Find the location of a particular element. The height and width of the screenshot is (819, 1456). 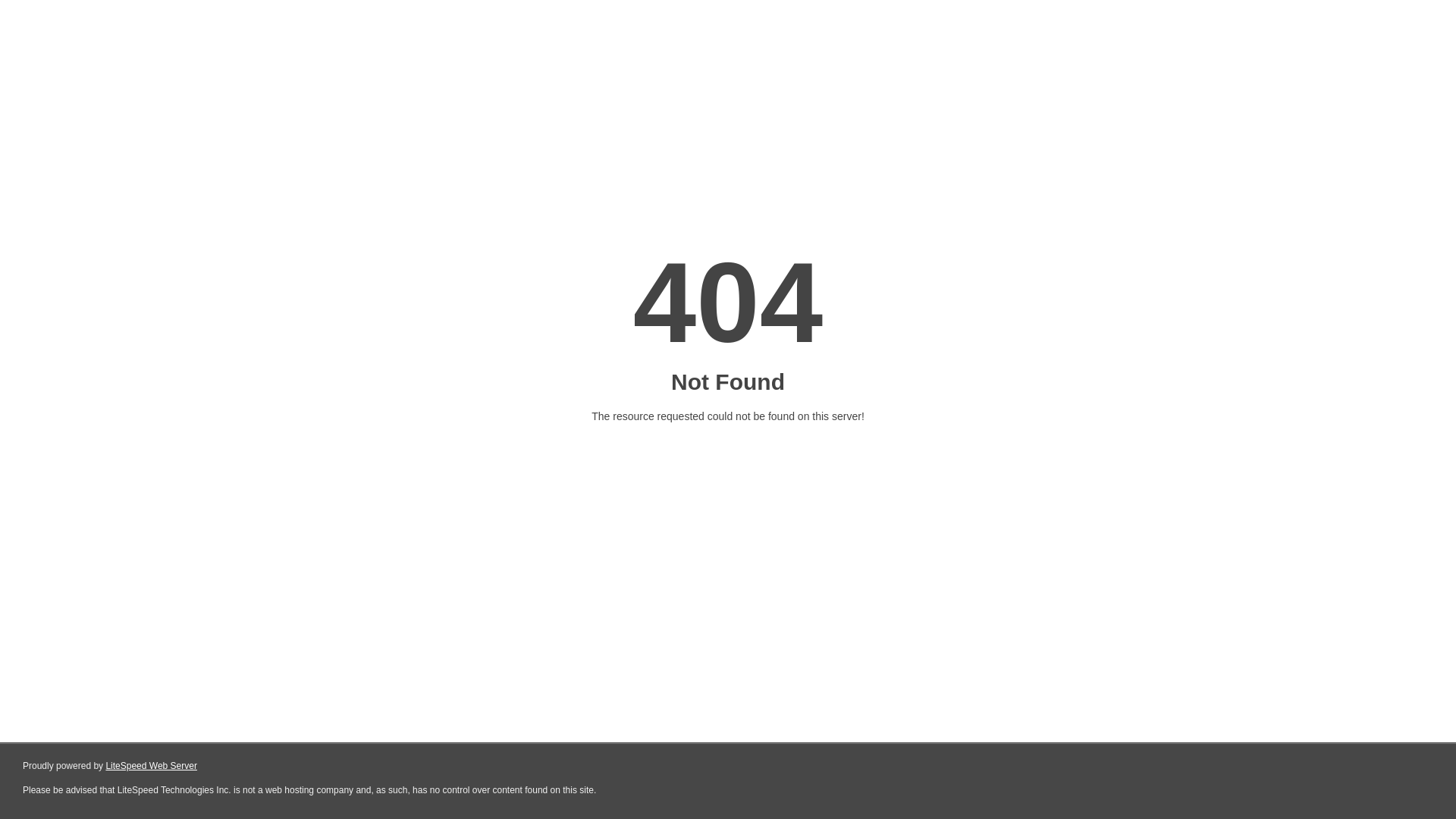

'LiteSpeed Web Server' is located at coordinates (105, 766).